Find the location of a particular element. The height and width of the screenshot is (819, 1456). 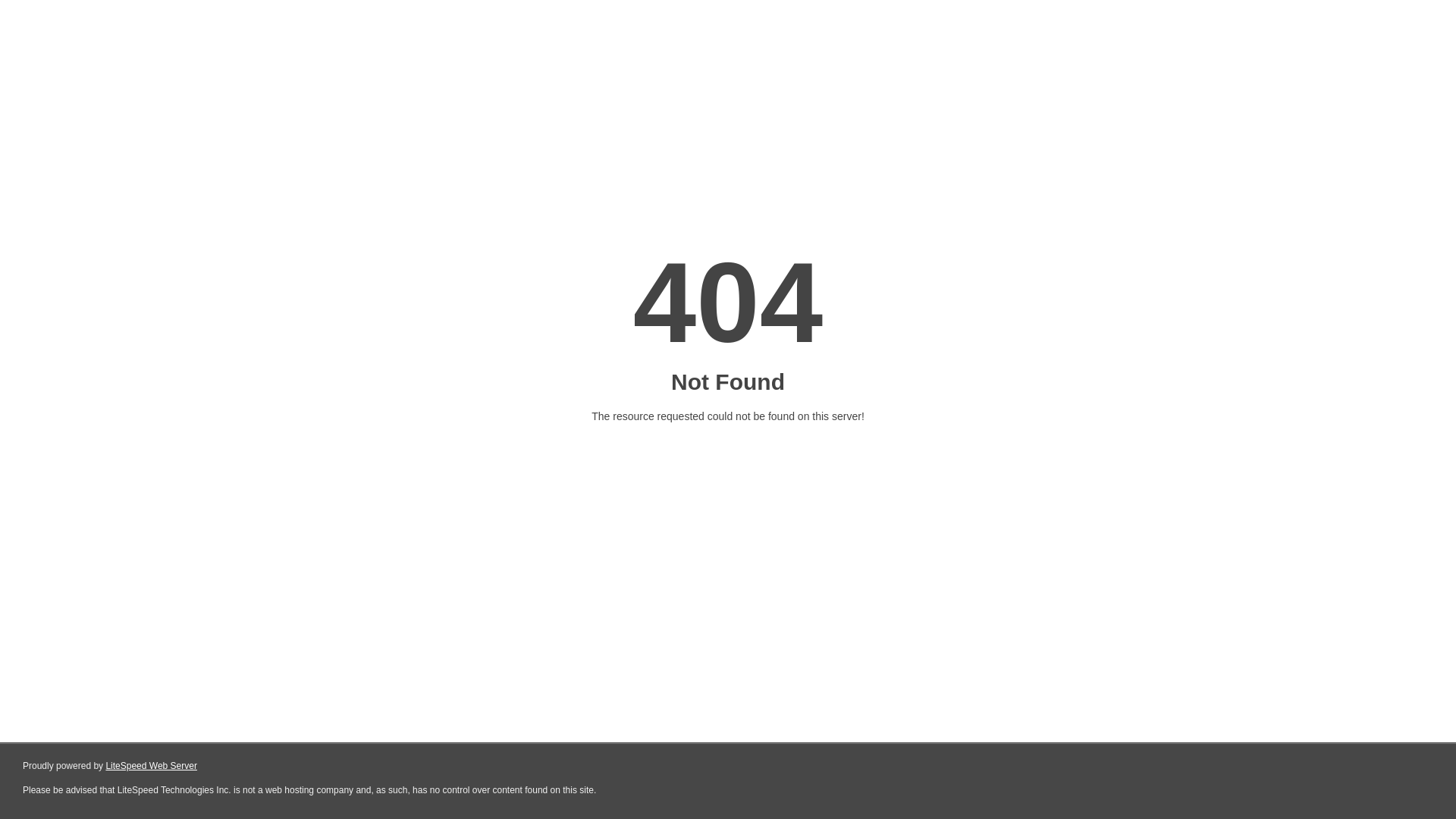

'LiteSpeed Web Server' is located at coordinates (105, 766).